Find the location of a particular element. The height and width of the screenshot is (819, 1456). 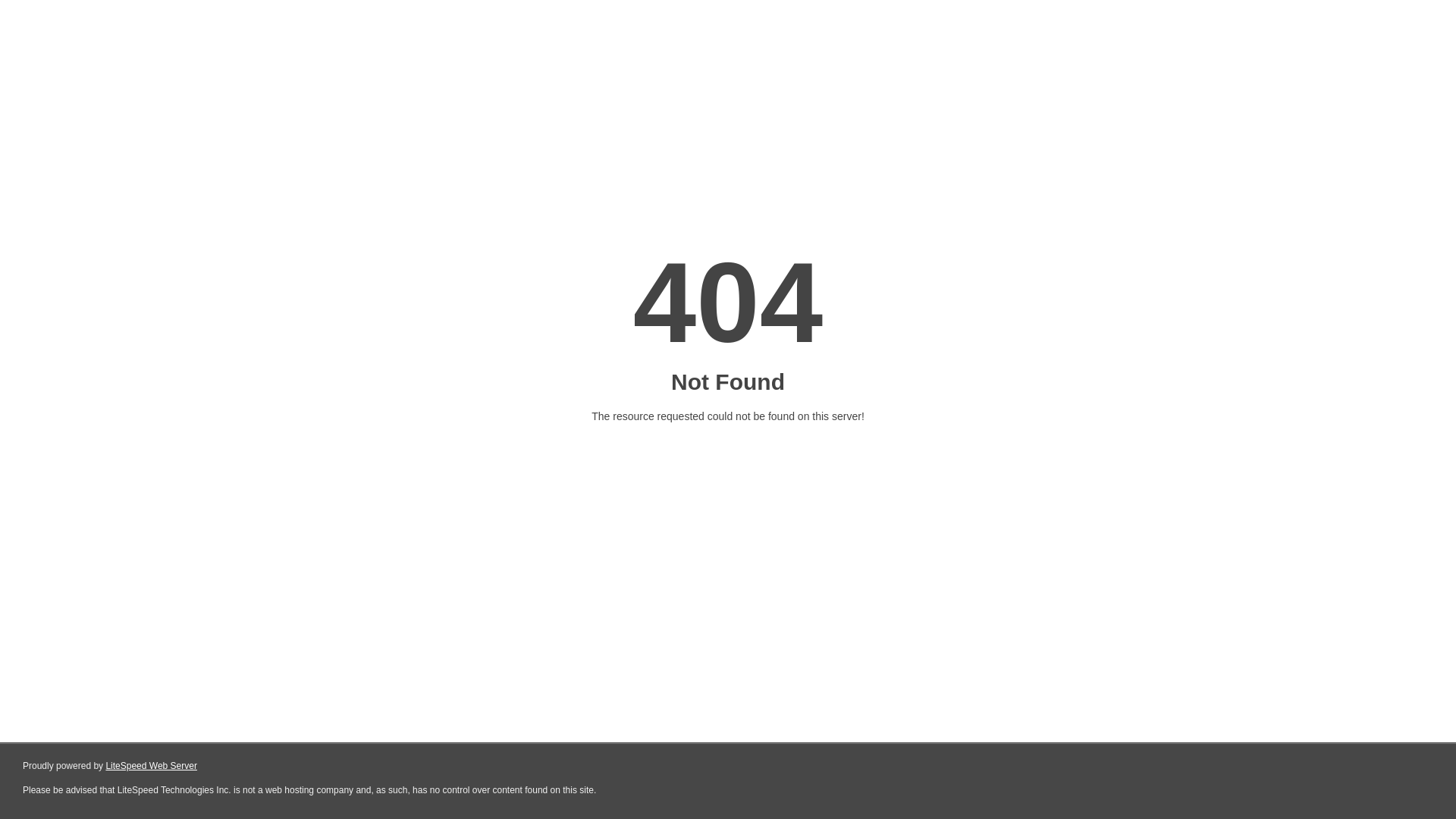

'LiteSpeed Web Server' is located at coordinates (105, 766).